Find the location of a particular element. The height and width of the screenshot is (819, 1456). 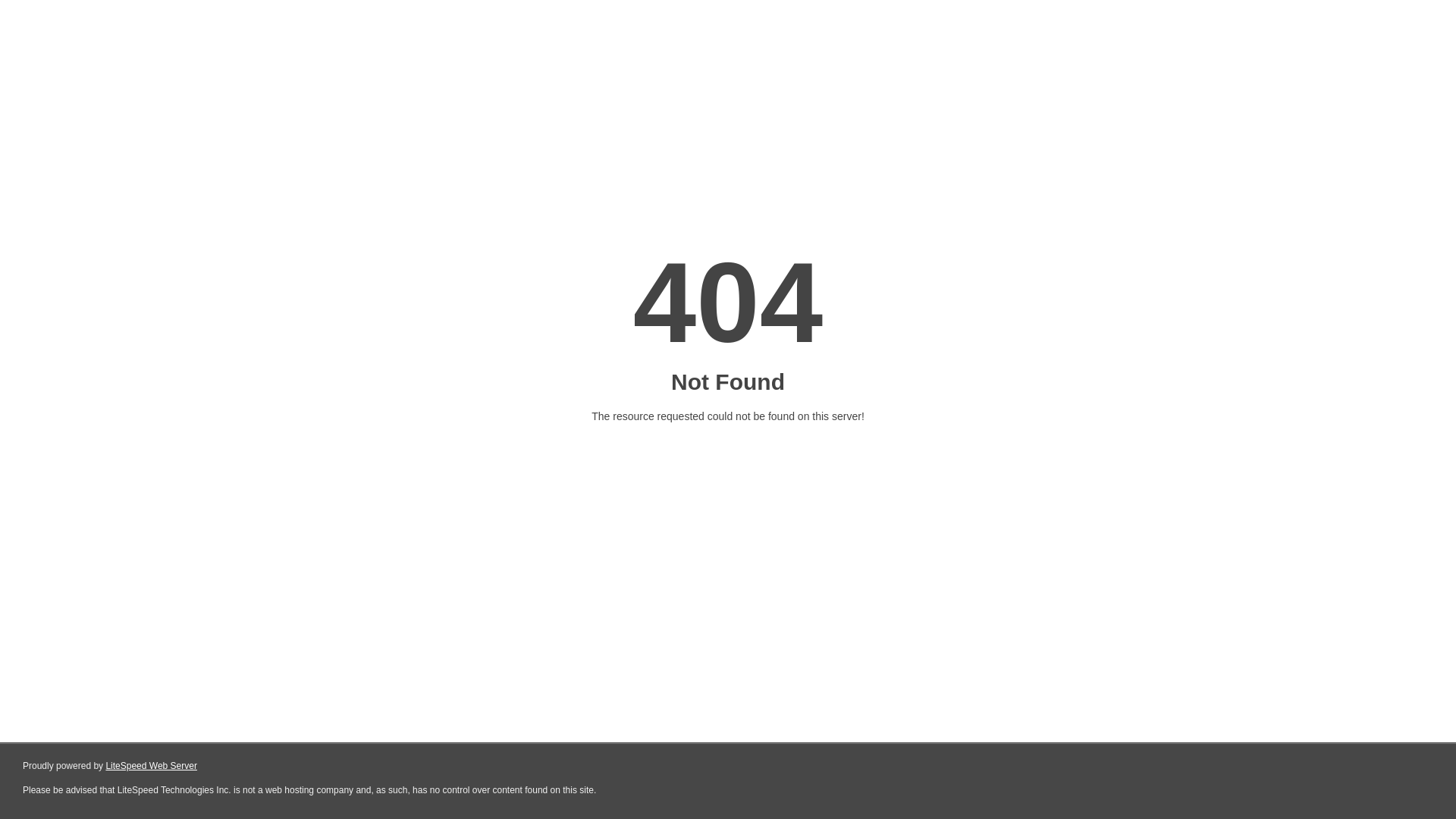

'LiteSpeed Web Server' is located at coordinates (105, 766).